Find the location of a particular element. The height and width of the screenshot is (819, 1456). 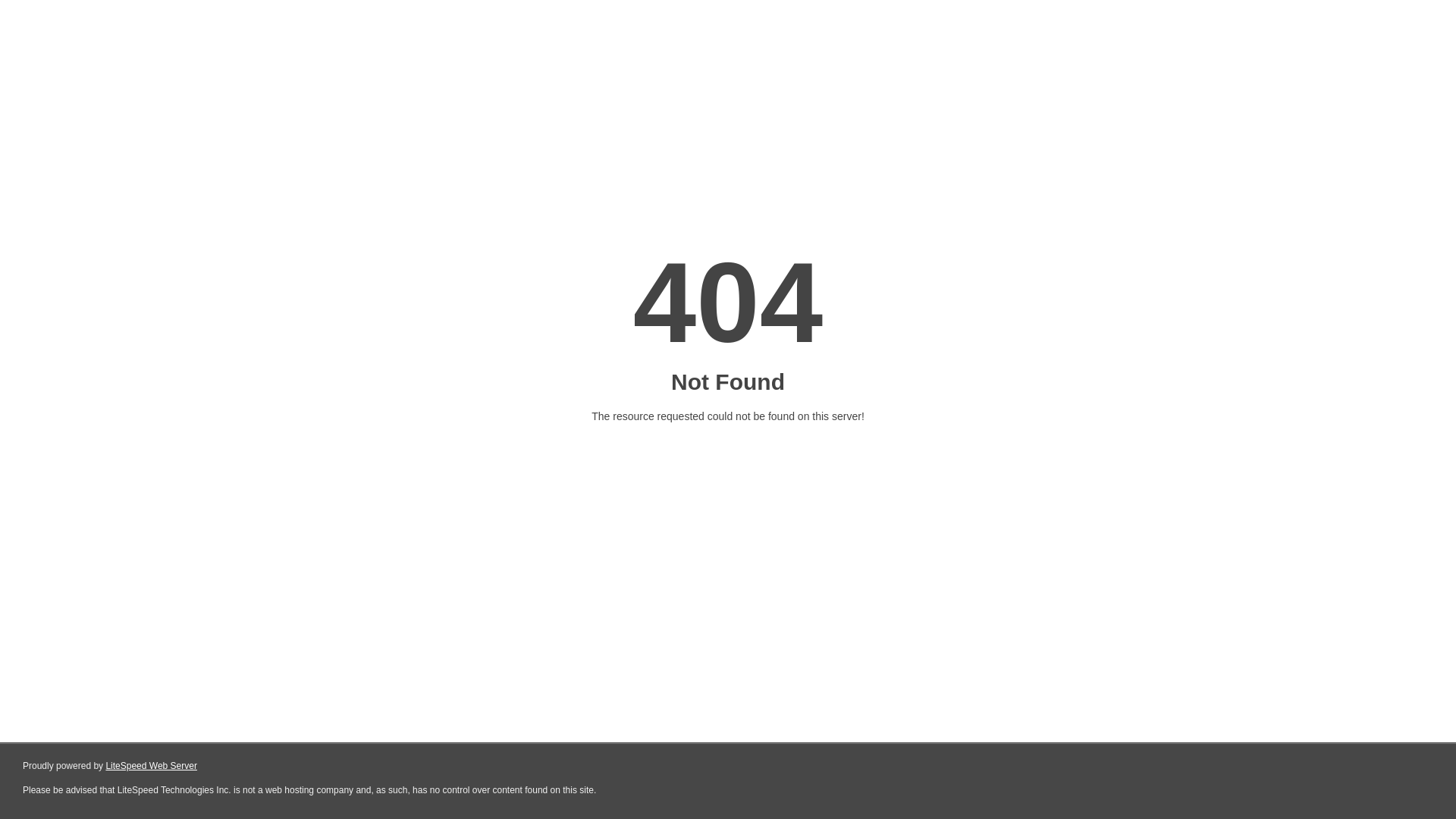

'LiteSpeed Web Server' is located at coordinates (105, 766).